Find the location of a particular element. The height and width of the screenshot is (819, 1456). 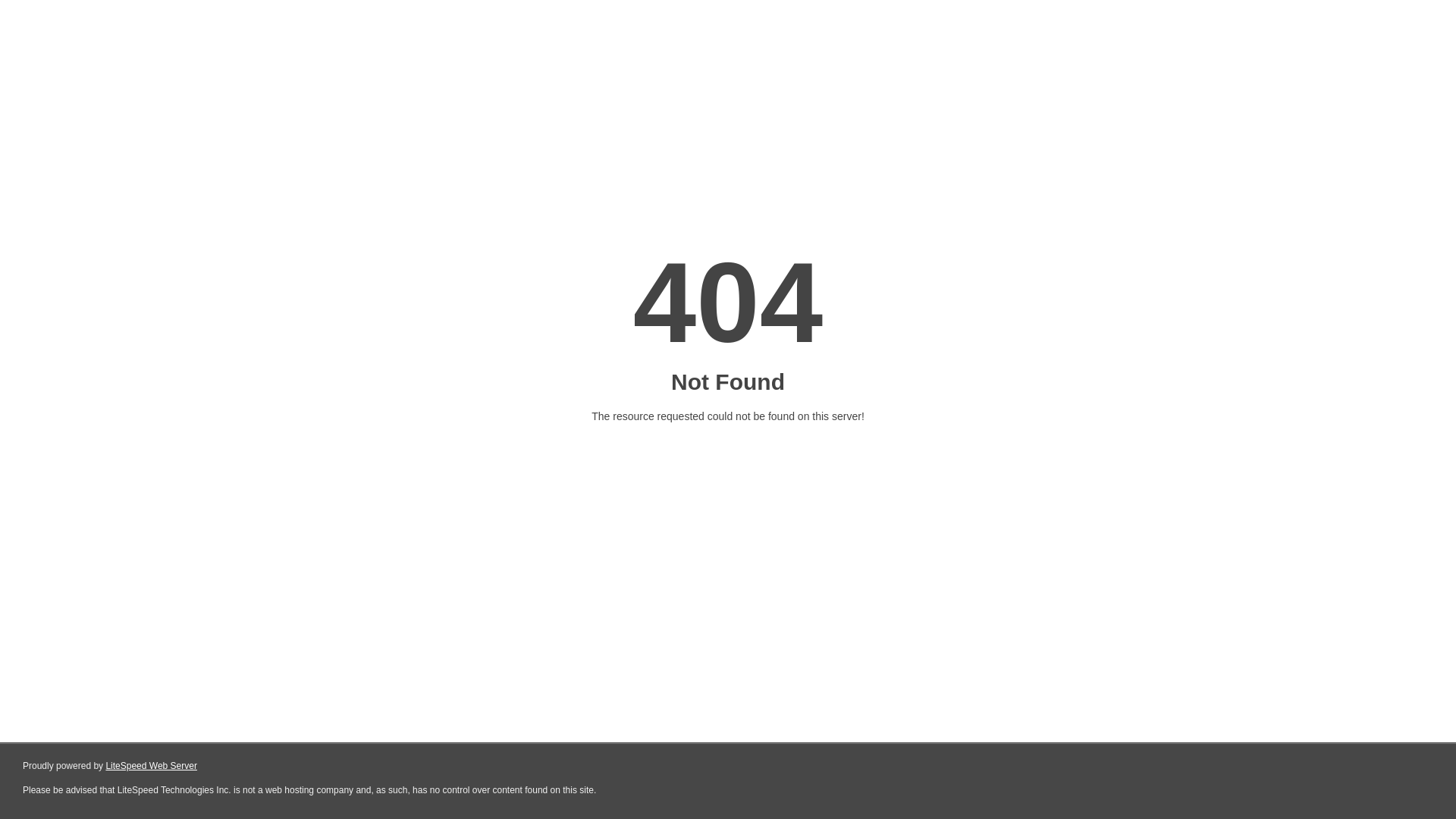

'LiteSpeed Web Server' is located at coordinates (105, 766).